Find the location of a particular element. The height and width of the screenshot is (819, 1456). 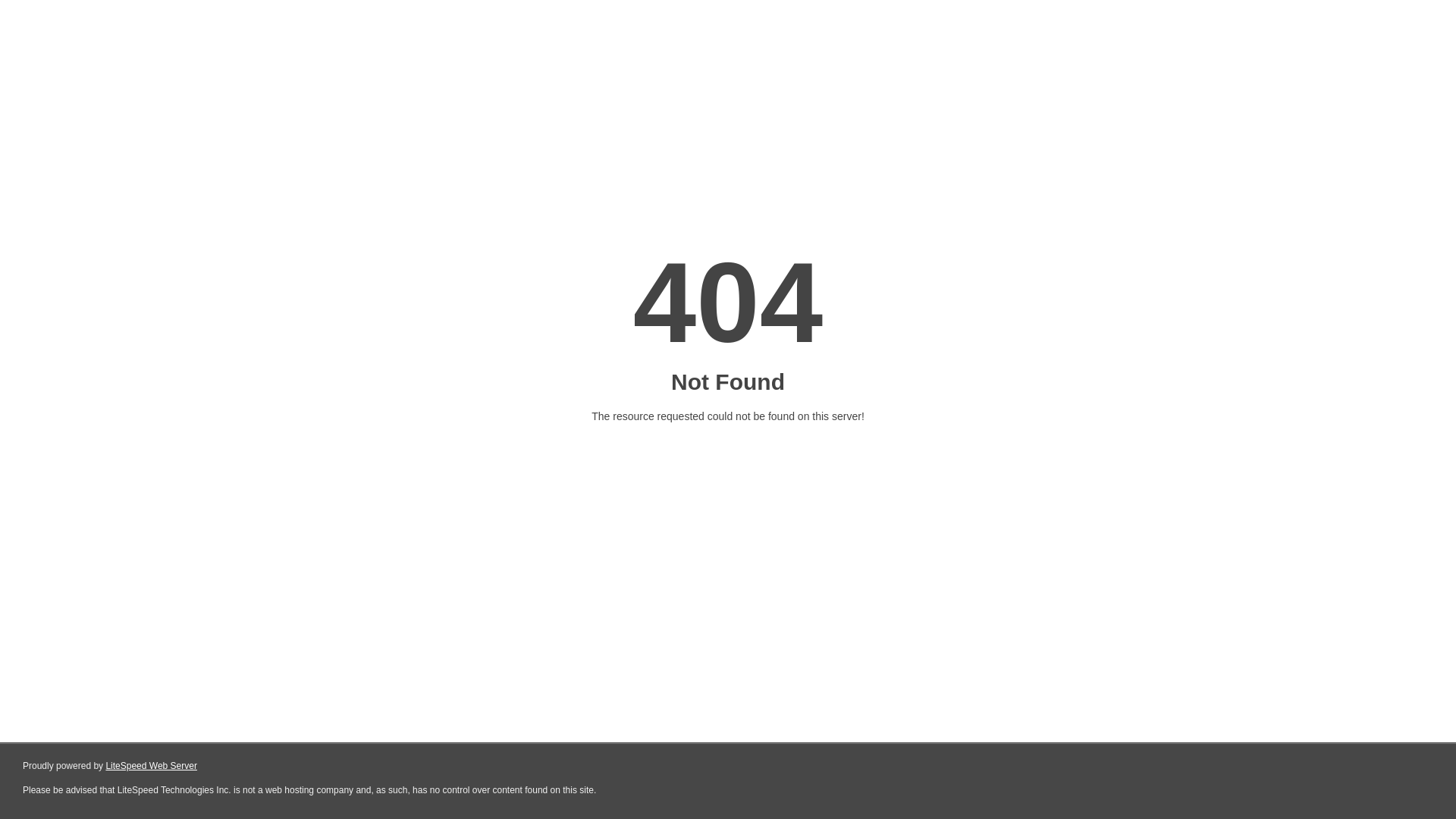

'LiteSpeed Web Server' is located at coordinates (105, 766).